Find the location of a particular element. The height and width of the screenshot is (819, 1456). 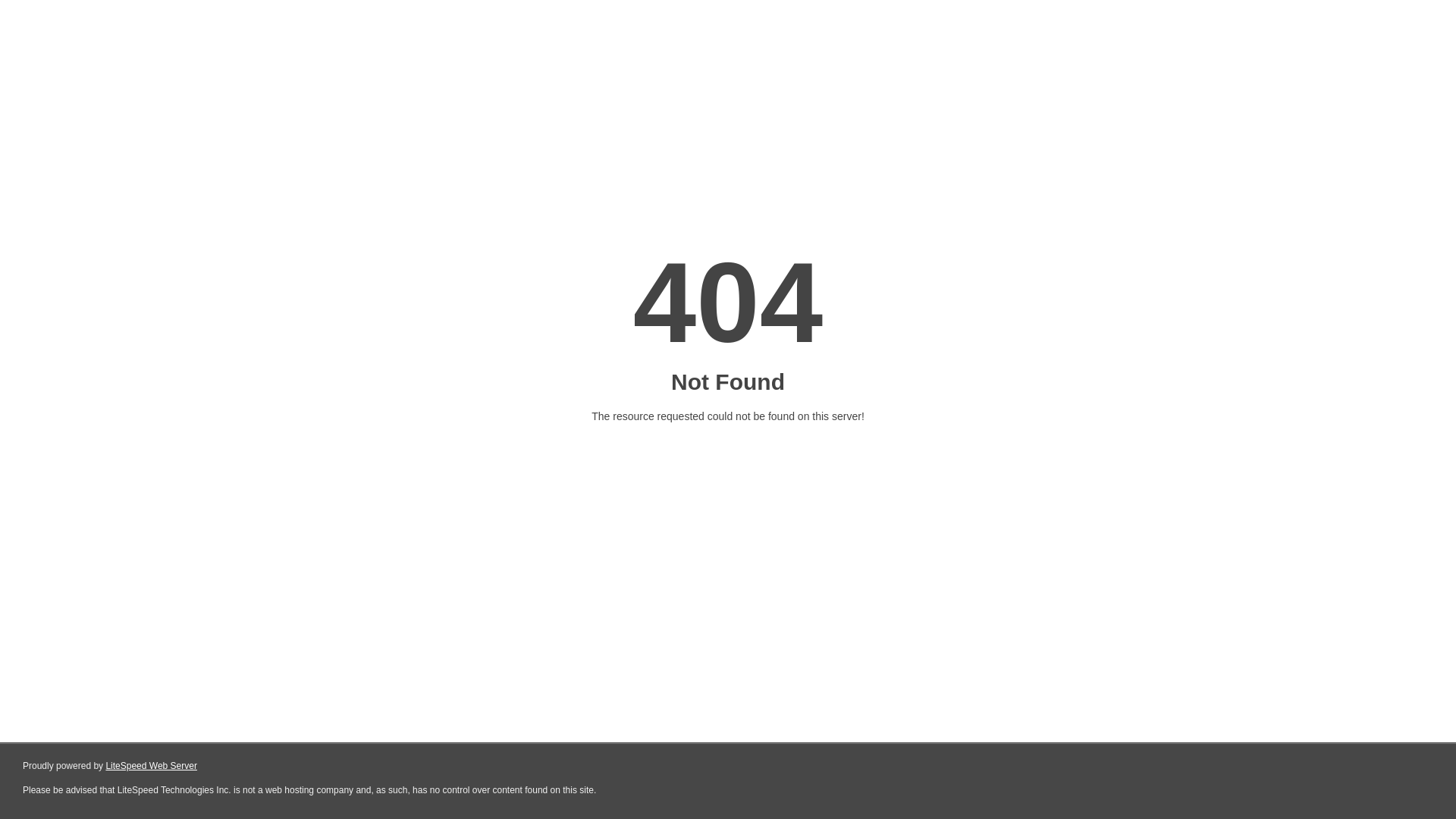

'LiteSpeed Web Server' is located at coordinates (105, 766).